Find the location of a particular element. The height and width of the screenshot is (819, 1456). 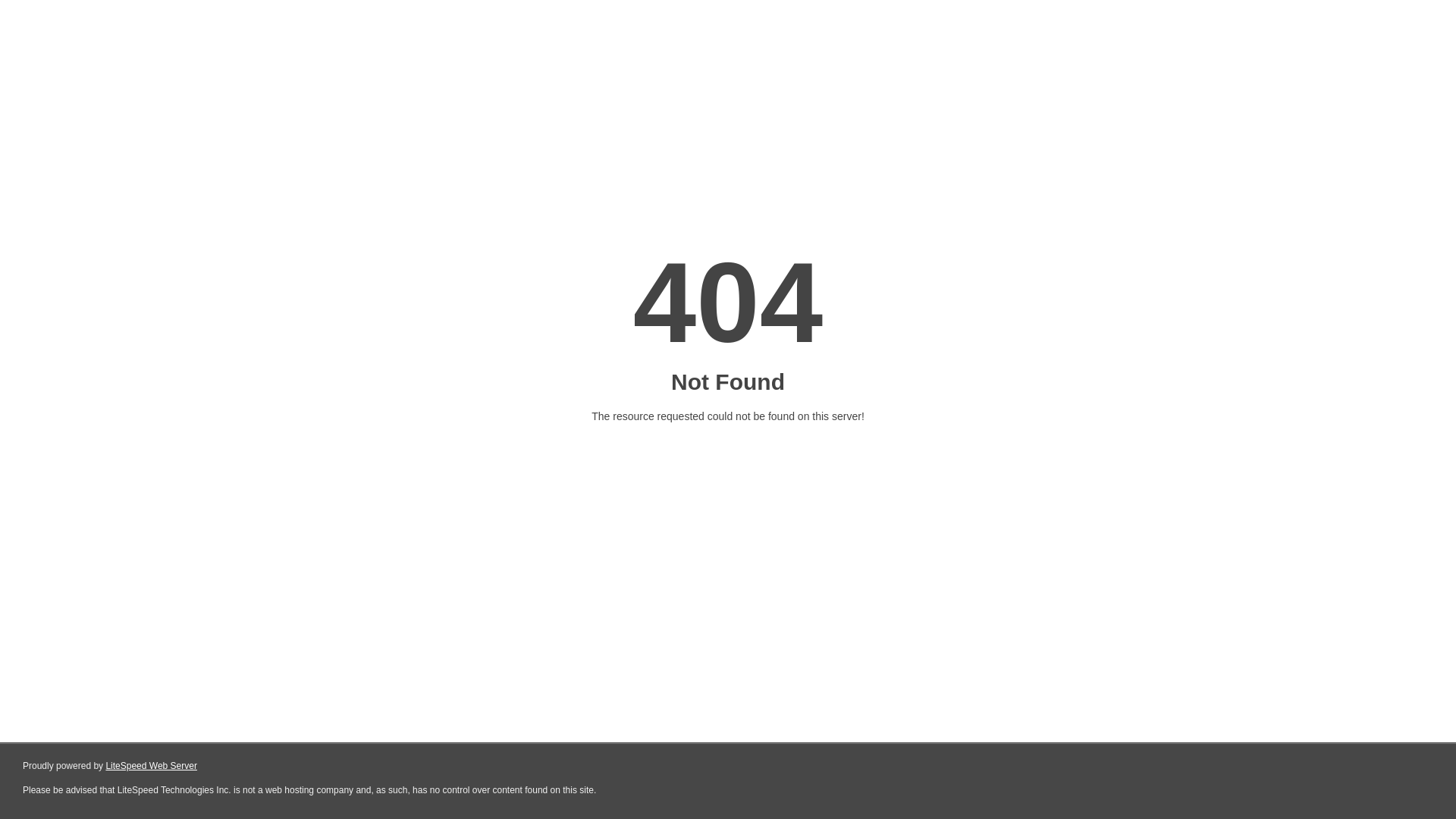

'LiteSpeed Web Server' is located at coordinates (105, 766).